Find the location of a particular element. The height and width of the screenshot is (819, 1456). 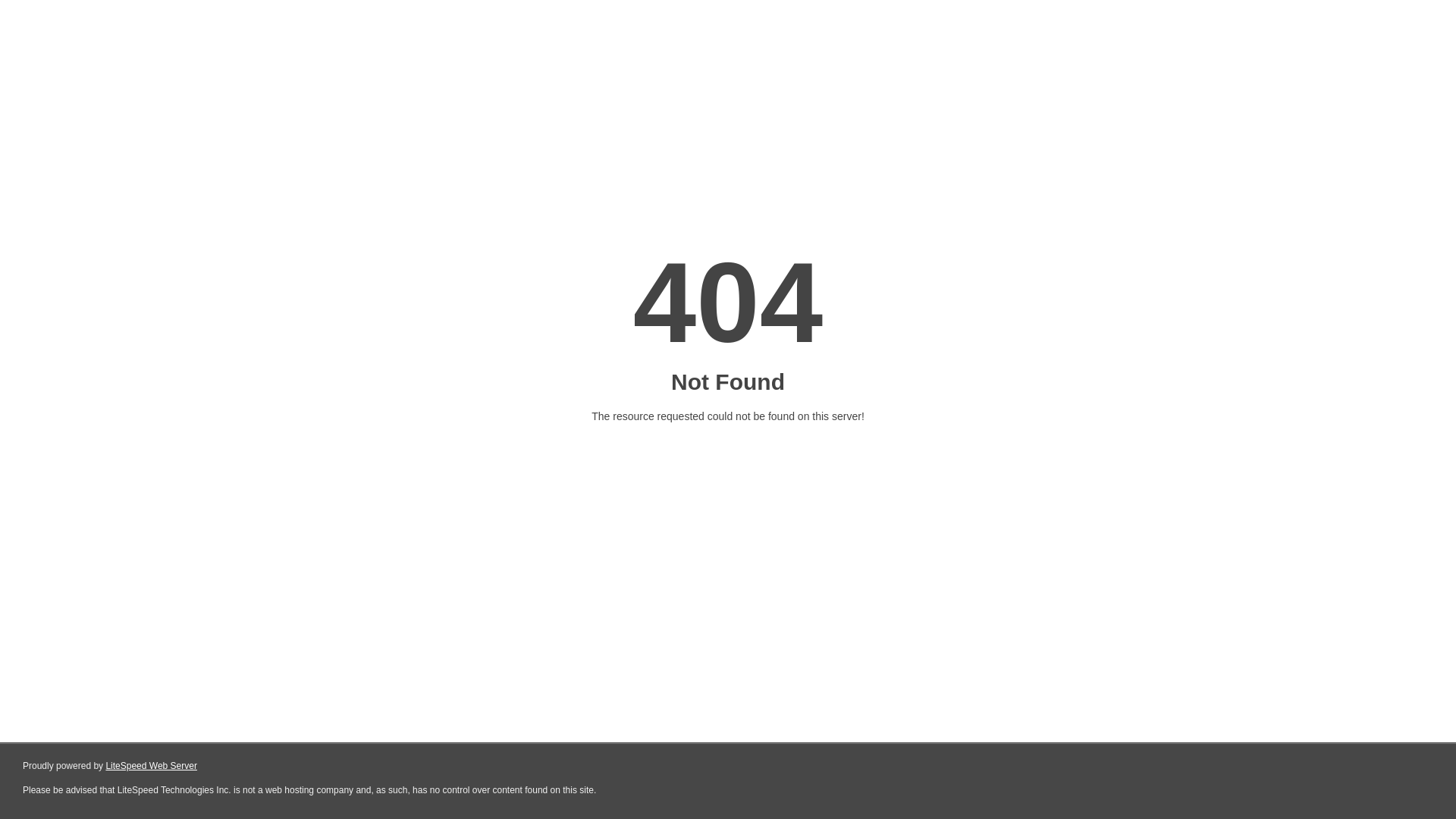

'LiteSpeed Web Server' is located at coordinates (105, 766).